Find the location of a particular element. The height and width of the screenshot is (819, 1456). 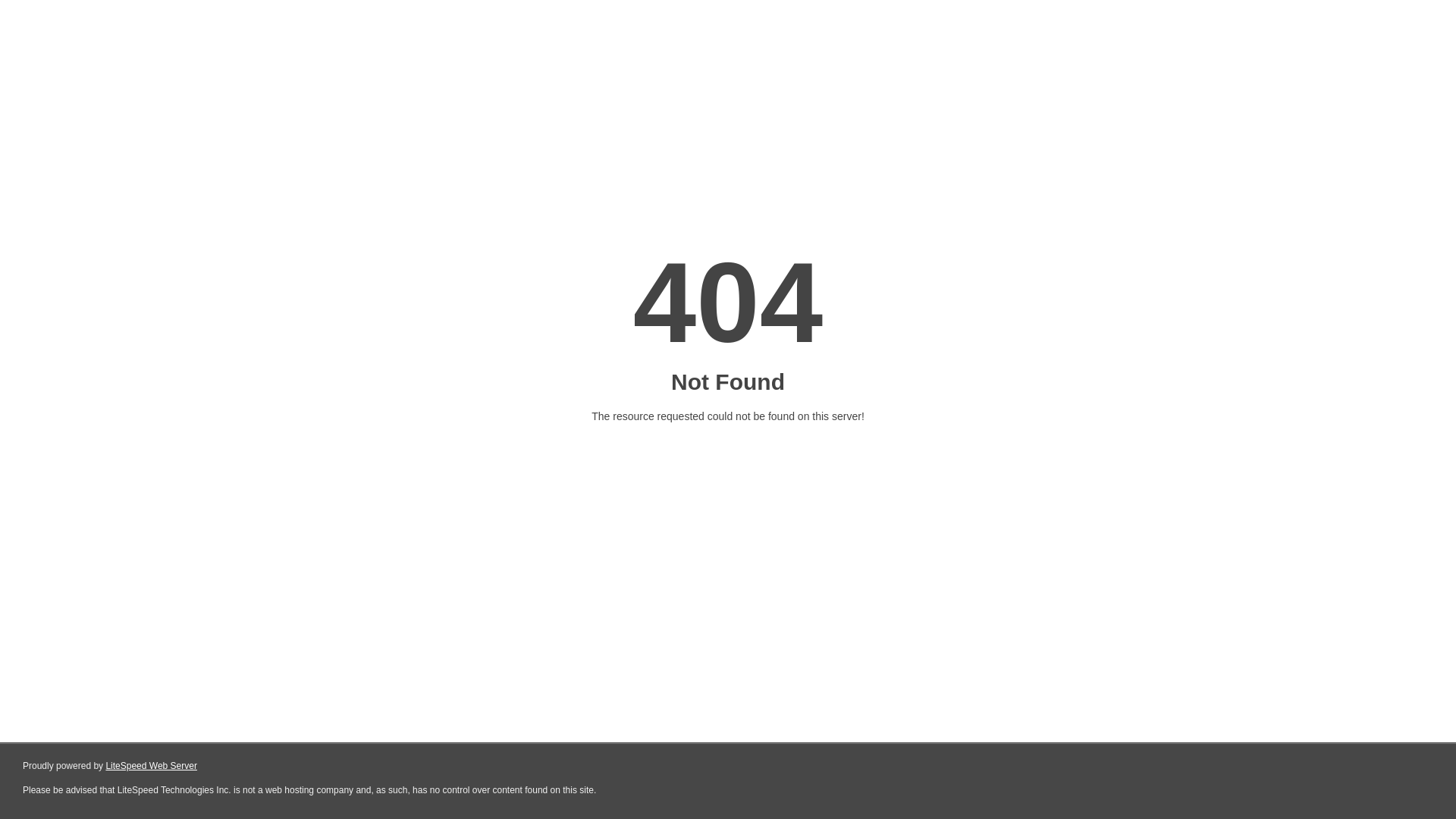

'LiteSpeed Web Server' is located at coordinates (105, 766).